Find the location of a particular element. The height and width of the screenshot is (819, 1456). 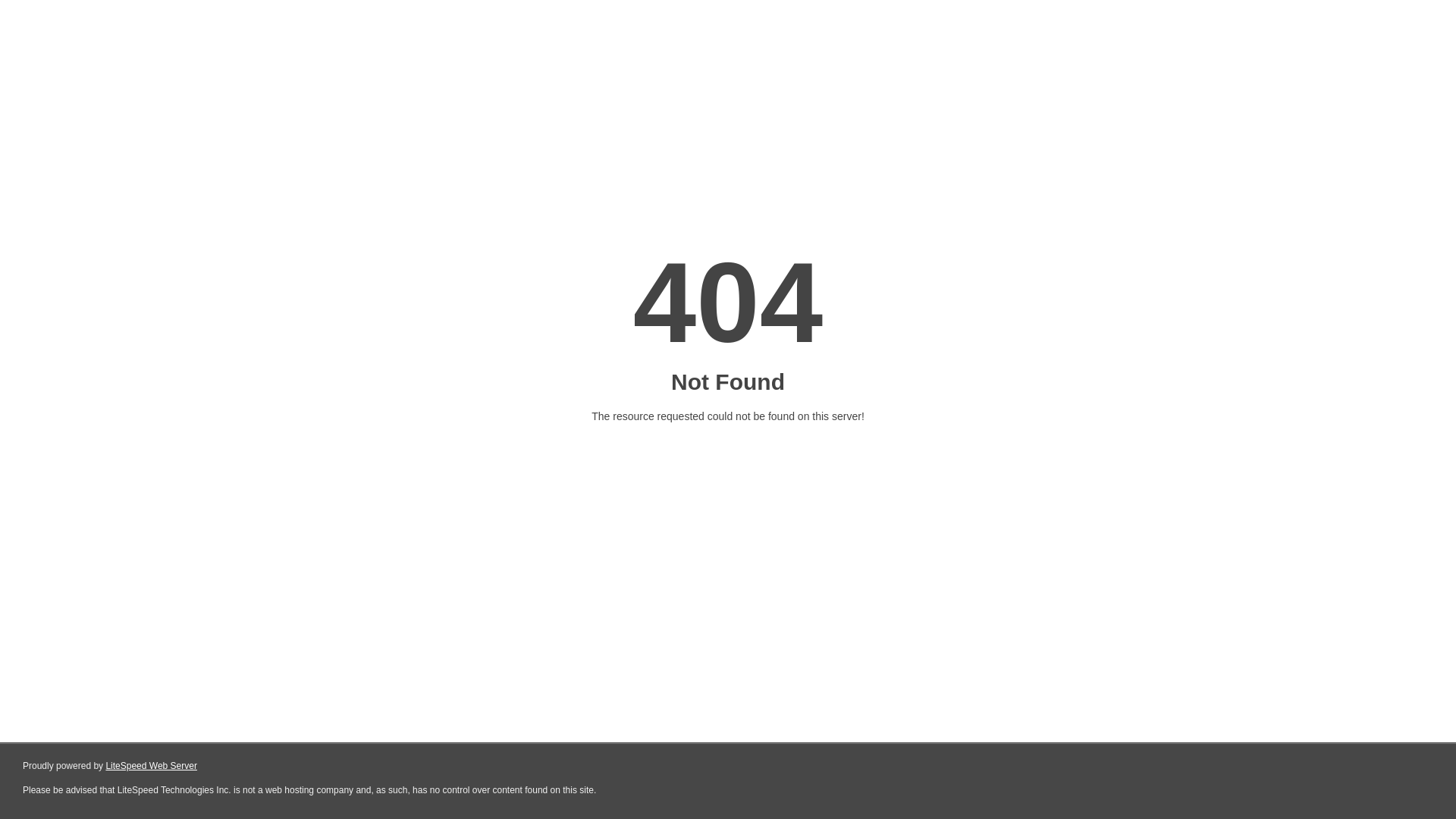

'LiteSpeed Web Server' is located at coordinates (105, 766).